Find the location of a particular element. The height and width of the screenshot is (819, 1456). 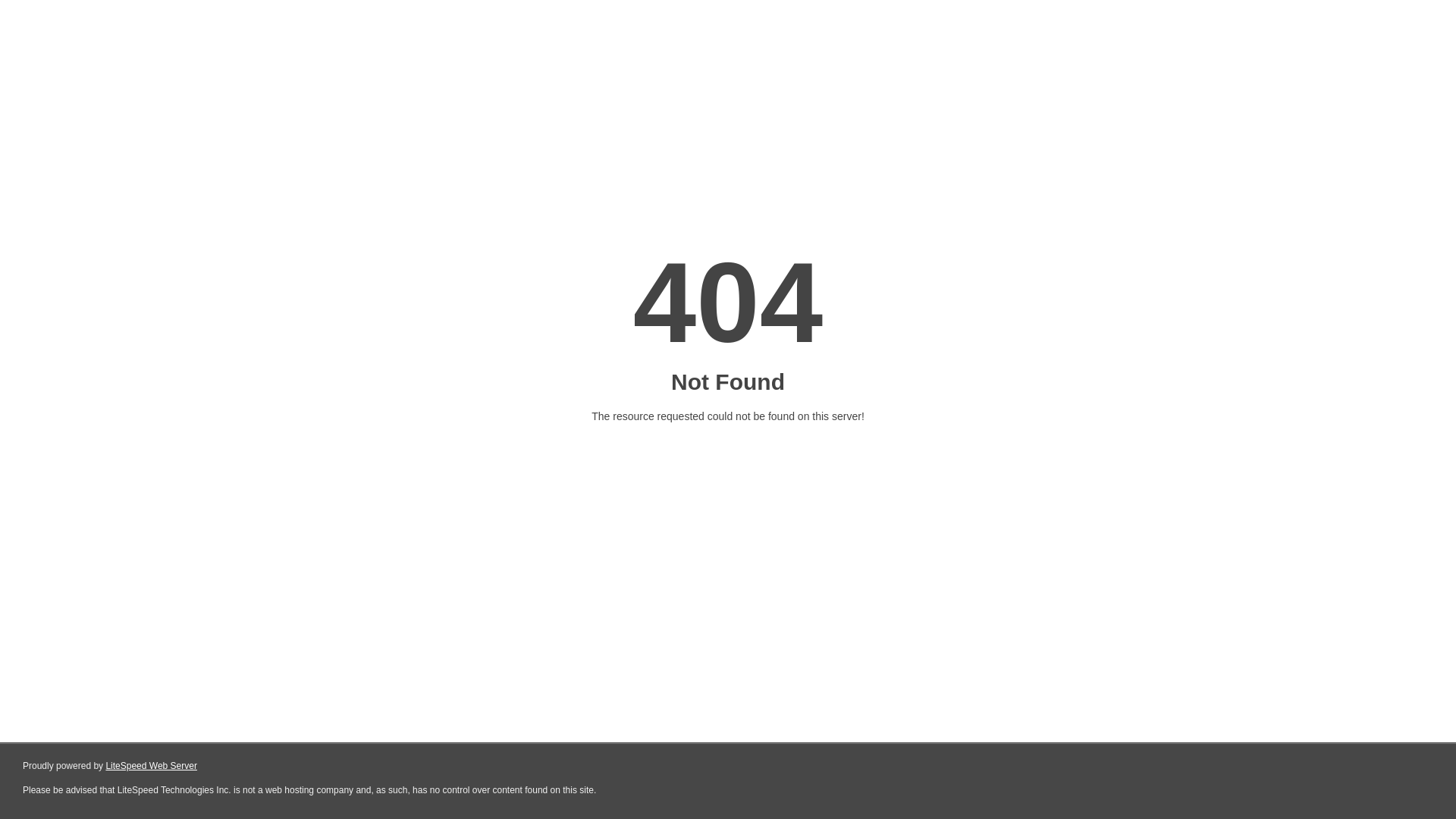

'LiteSpeed Web Server' is located at coordinates (105, 766).